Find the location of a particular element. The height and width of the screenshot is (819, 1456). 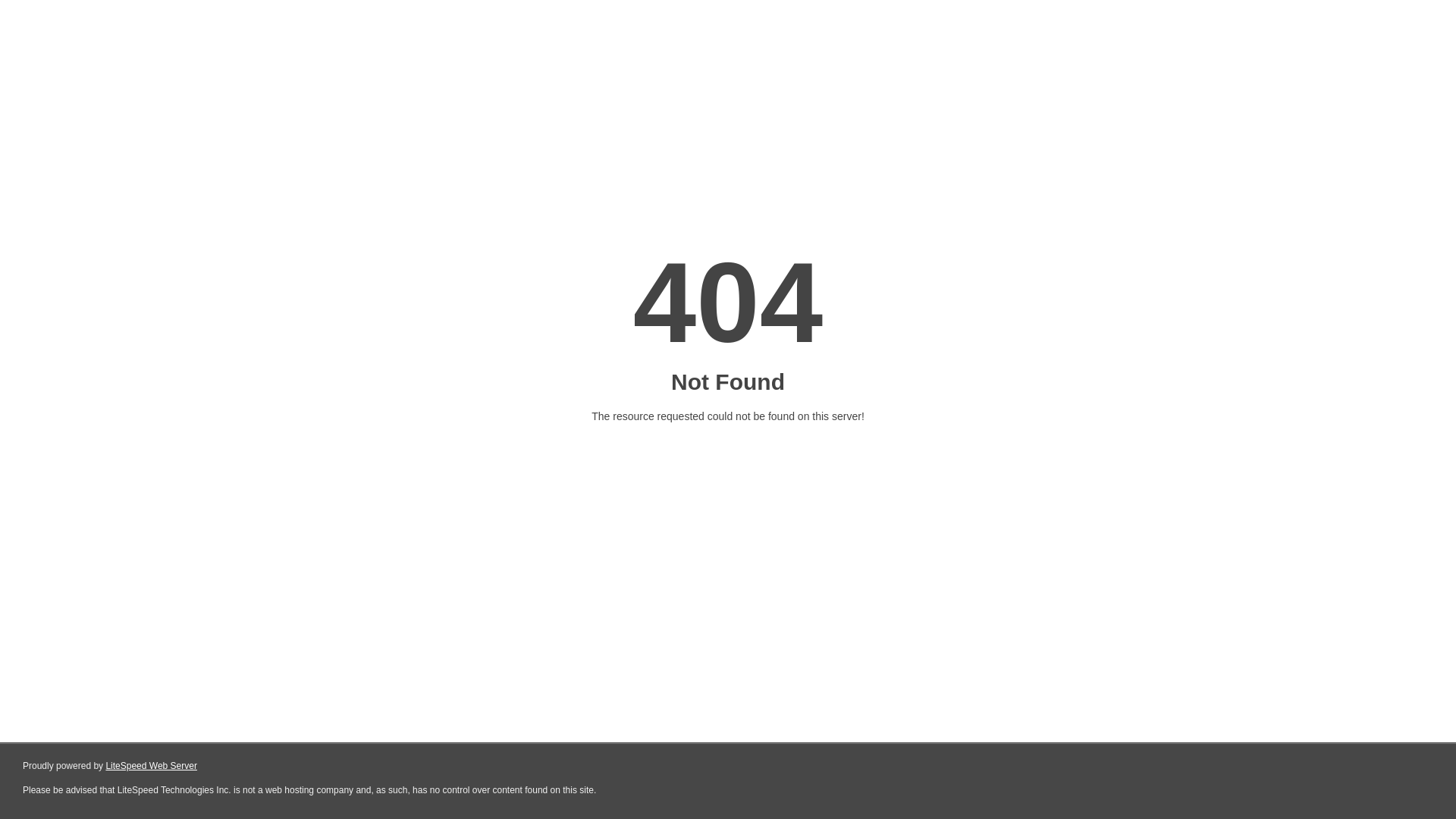

'LiteSpeed Web Server' is located at coordinates (105, 766).